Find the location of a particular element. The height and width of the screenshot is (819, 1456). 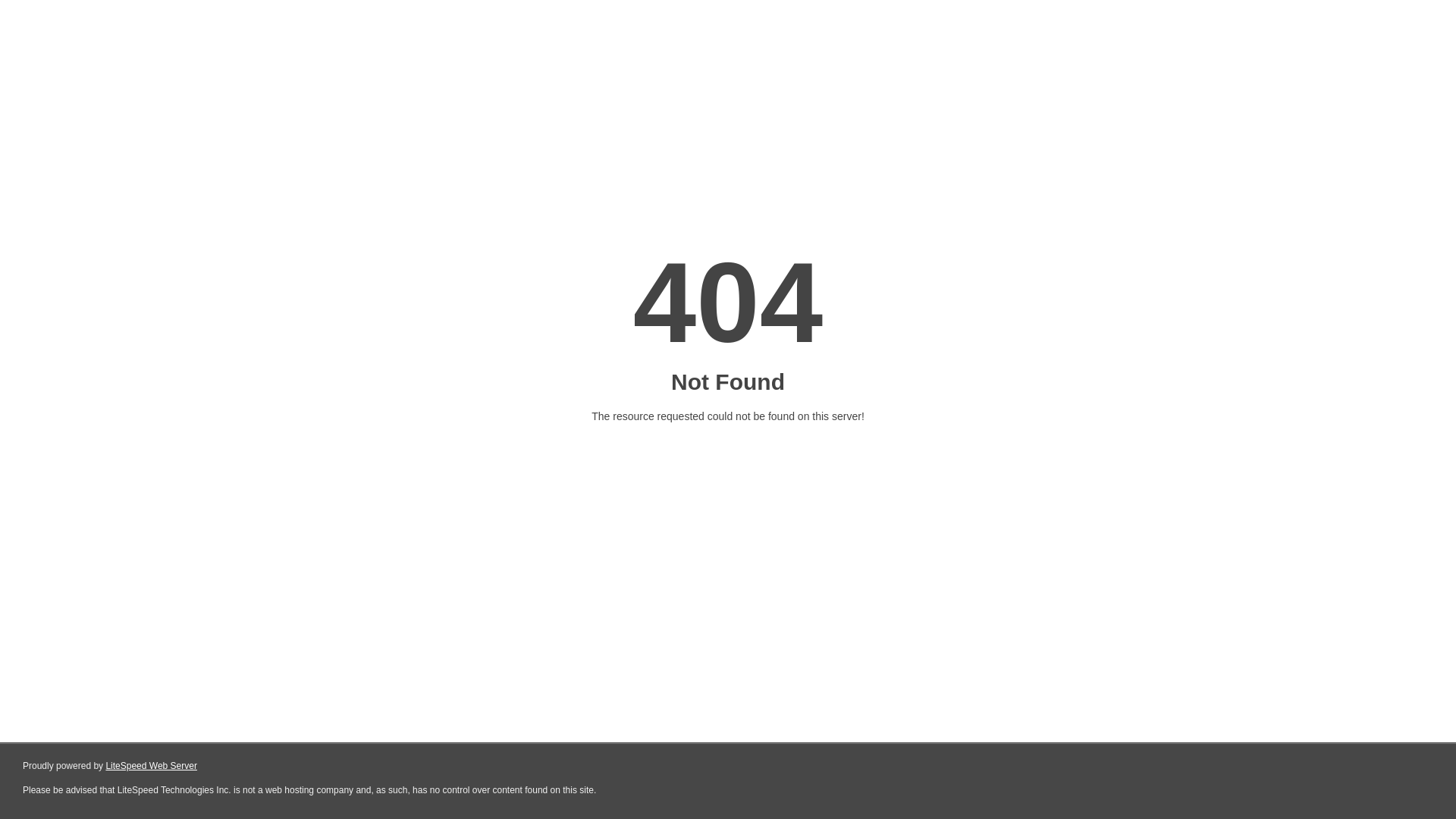

'LiteSpeed Web Server' is located at coordinates (105, 766).